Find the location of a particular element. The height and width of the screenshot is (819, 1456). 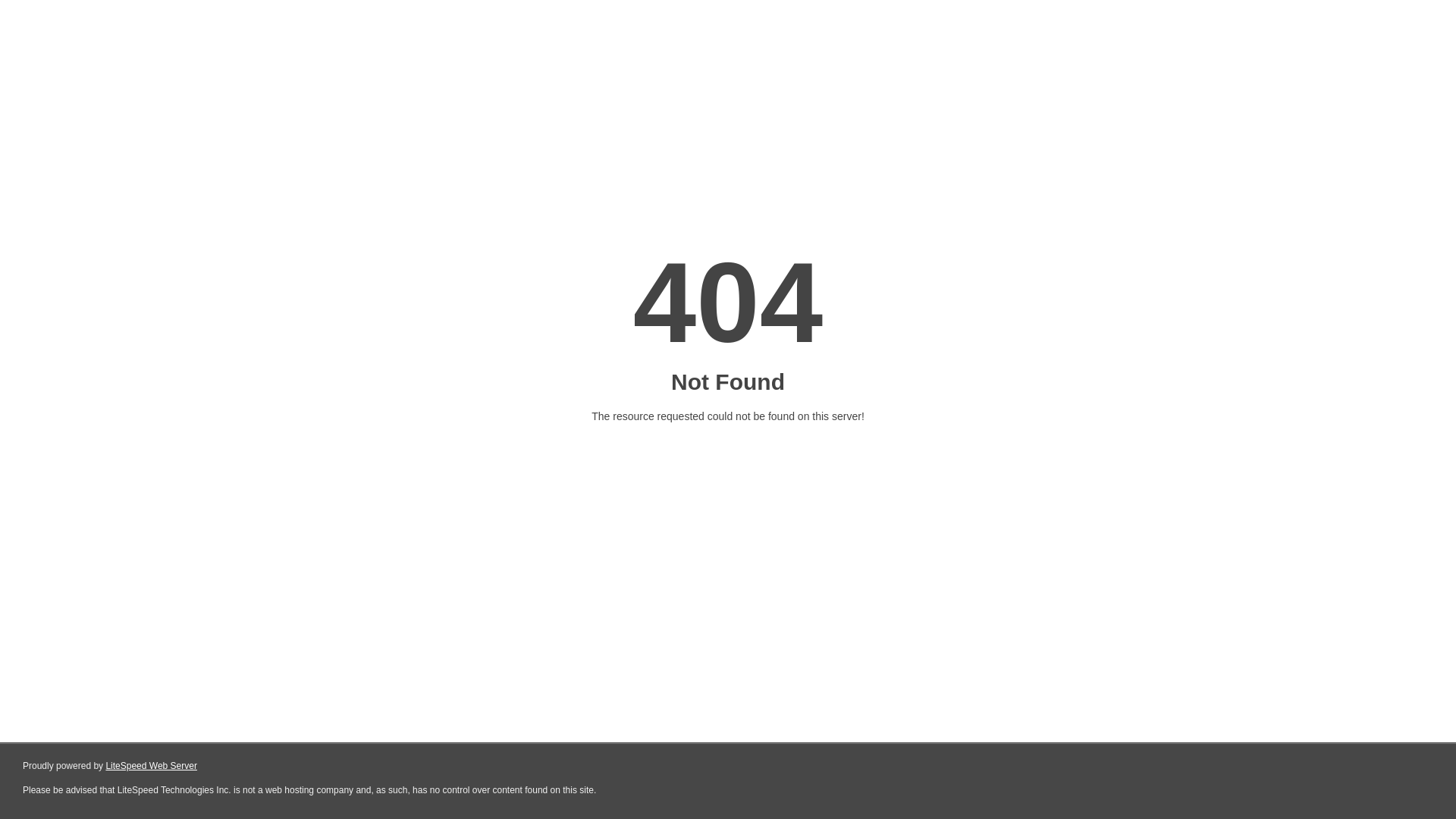

'LiteSpeed Web Server' is located at coordinates (105, 766).